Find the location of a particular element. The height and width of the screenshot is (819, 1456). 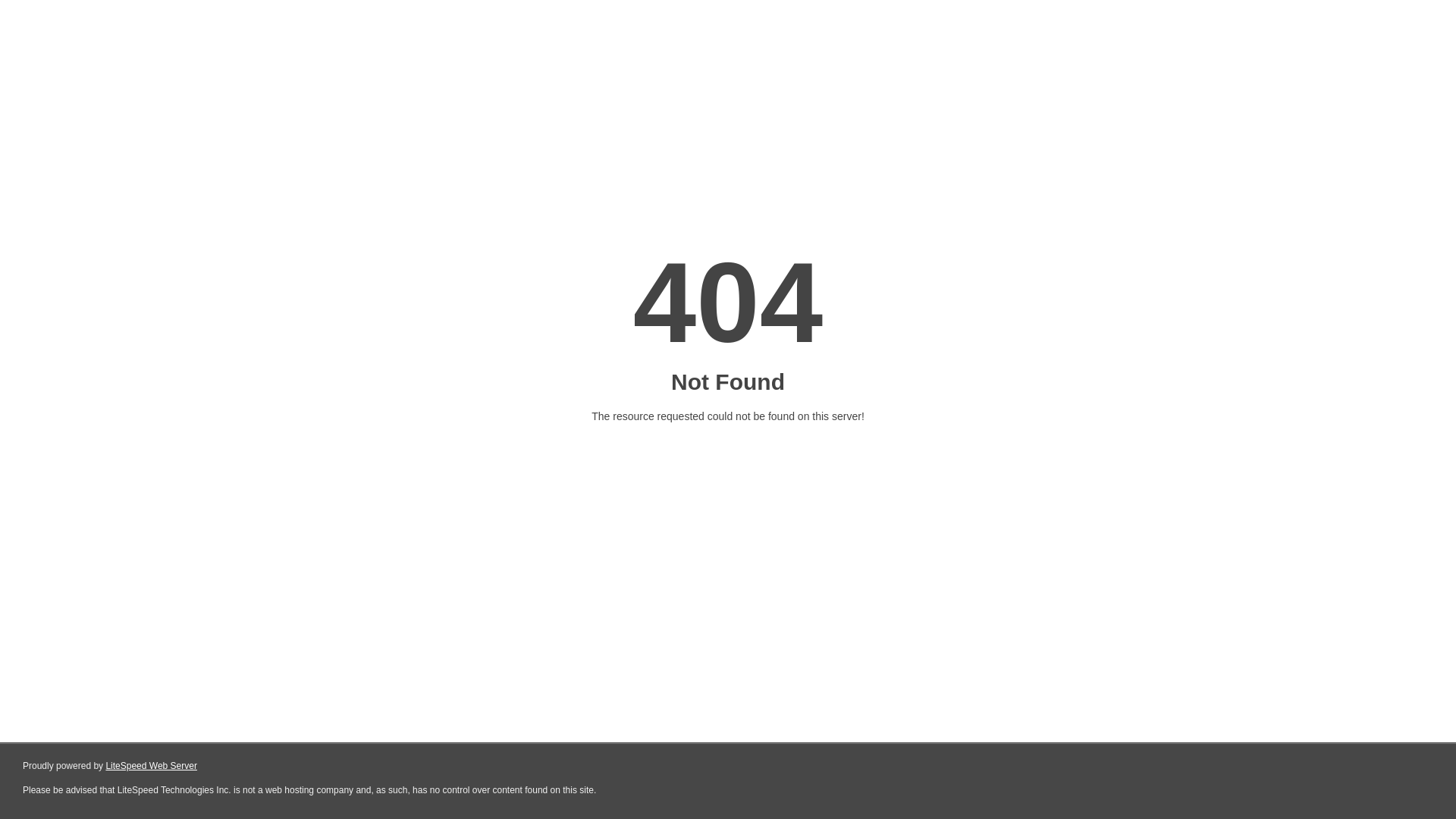

'LiteSpeed Web Server' is located at coordinates (105, 766).